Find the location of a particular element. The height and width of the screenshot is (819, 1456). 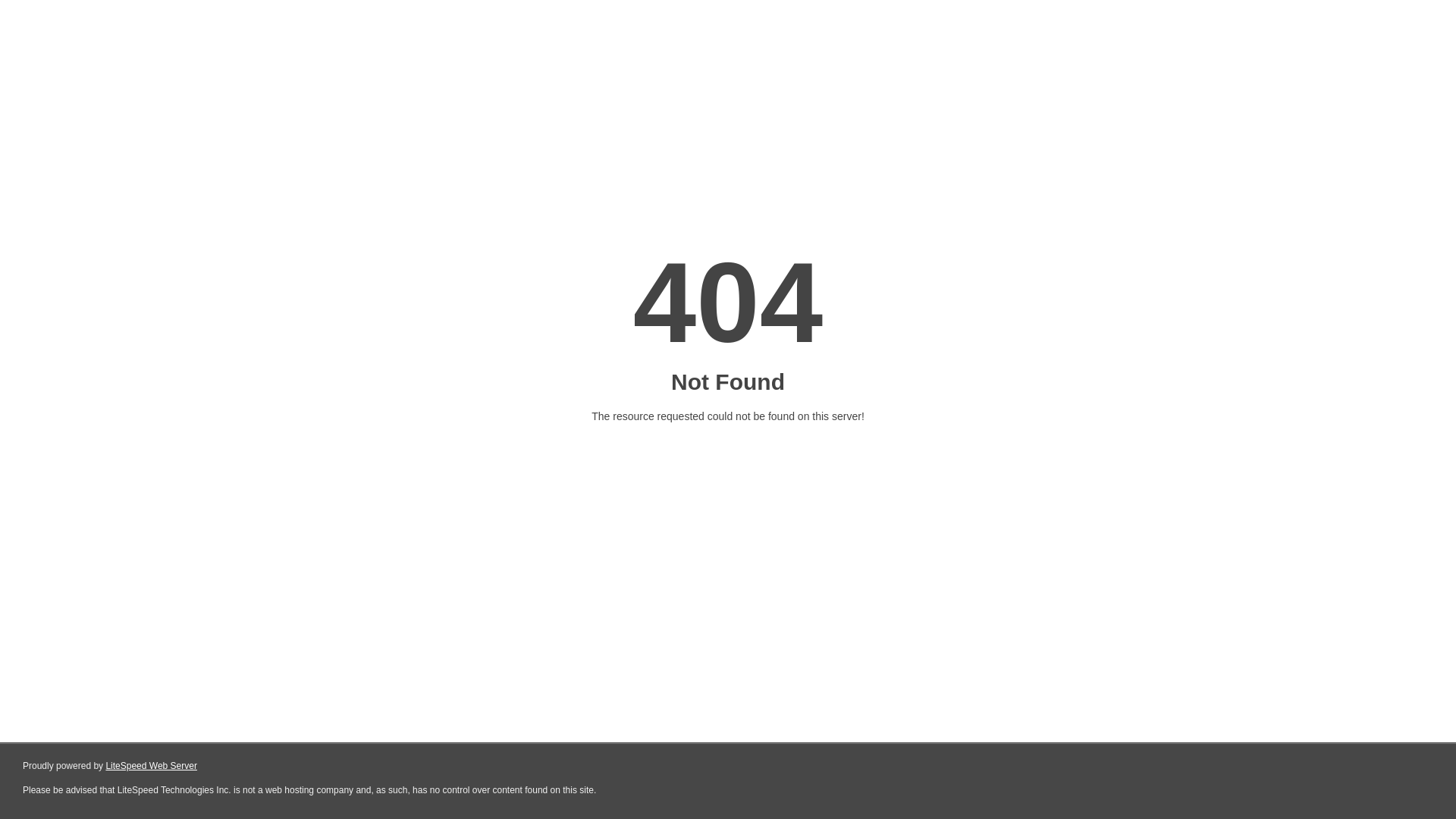

'LiteSpeed Web Server' is located at coordinates (105, 766).